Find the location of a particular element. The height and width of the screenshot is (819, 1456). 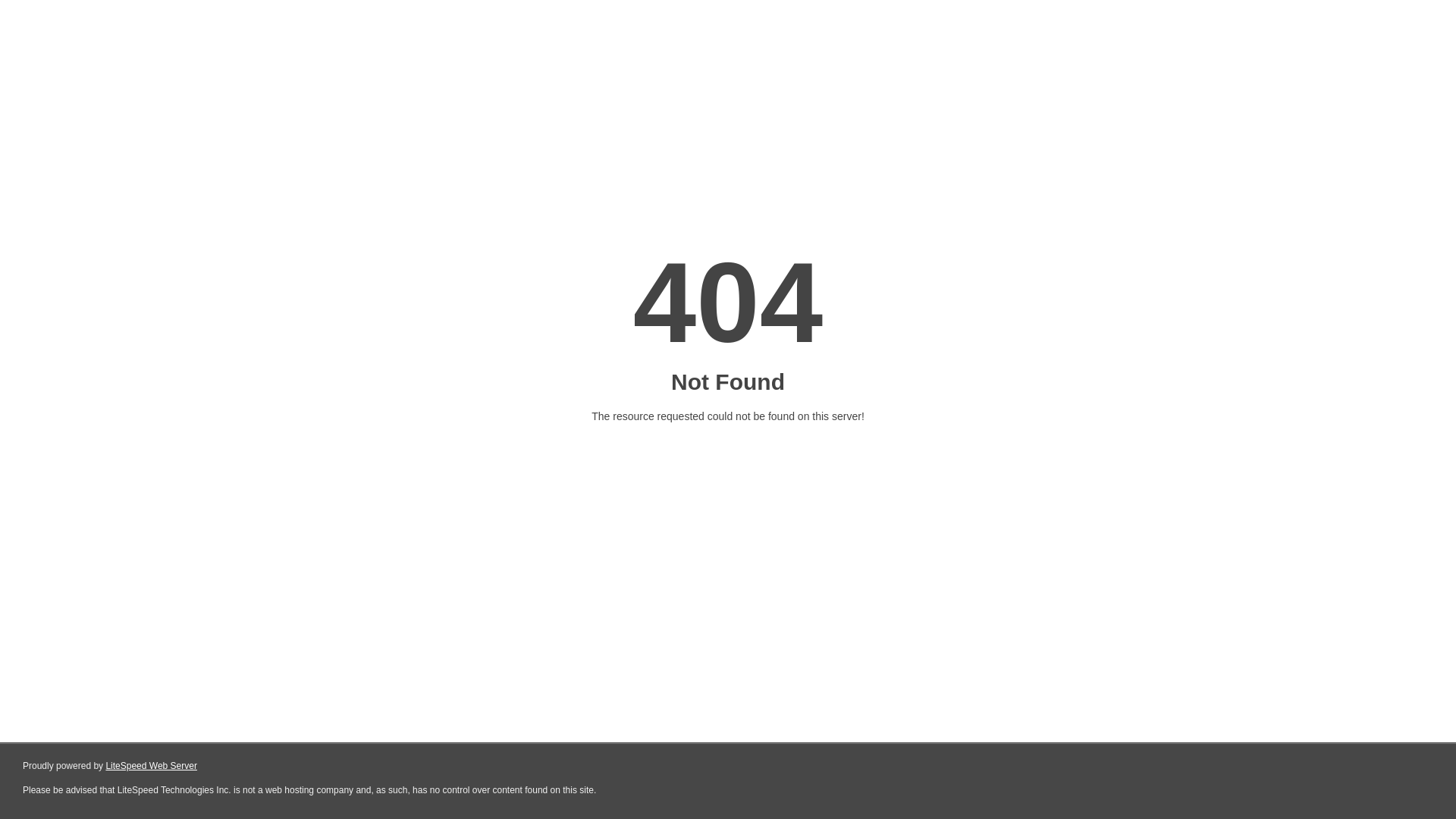

'LiteSpeed Web Server' is located at coordinates (105, 766).